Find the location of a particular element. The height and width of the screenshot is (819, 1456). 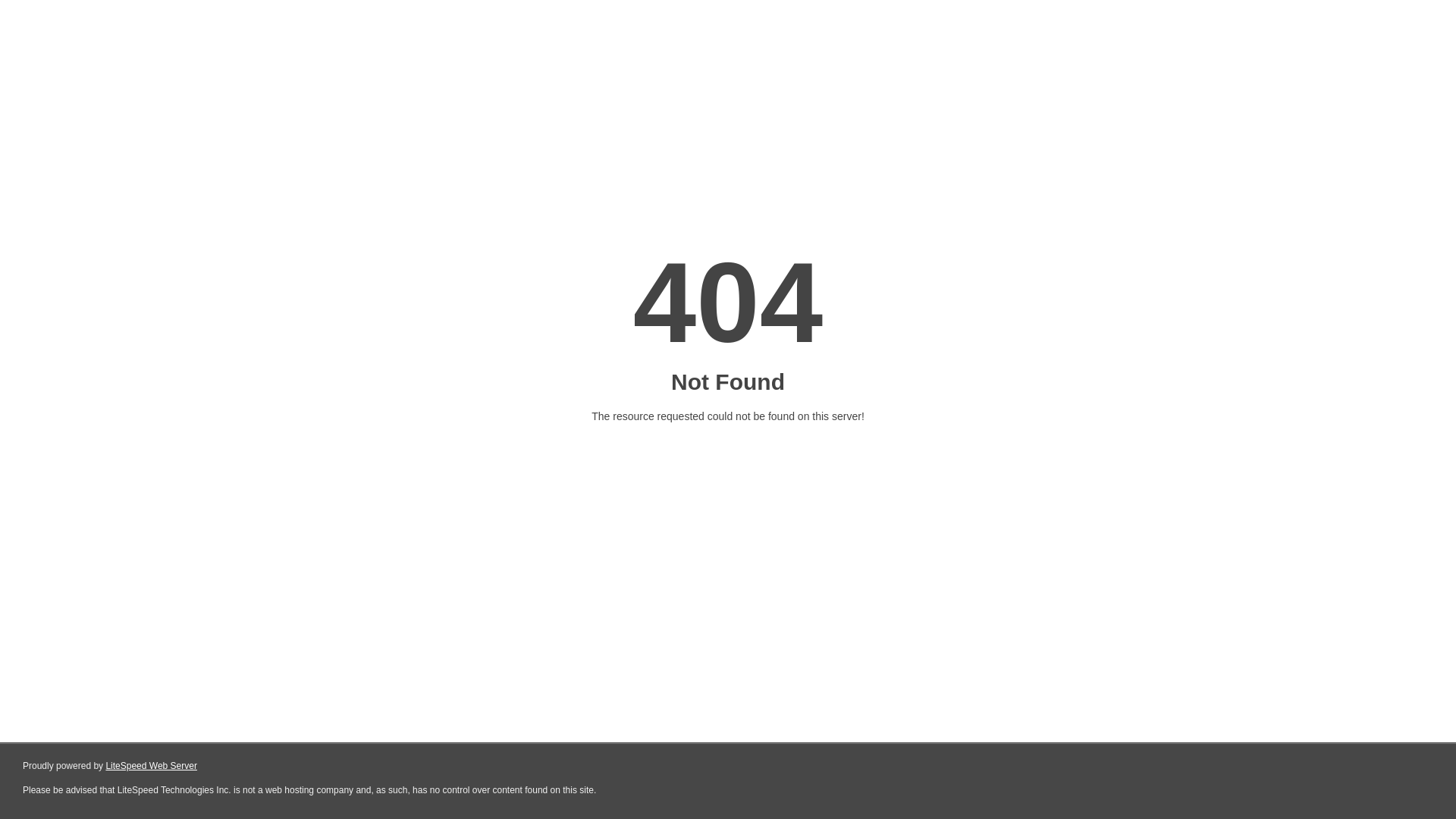

'LiteSpeed Web Server' is located at coordinates (105, 766).